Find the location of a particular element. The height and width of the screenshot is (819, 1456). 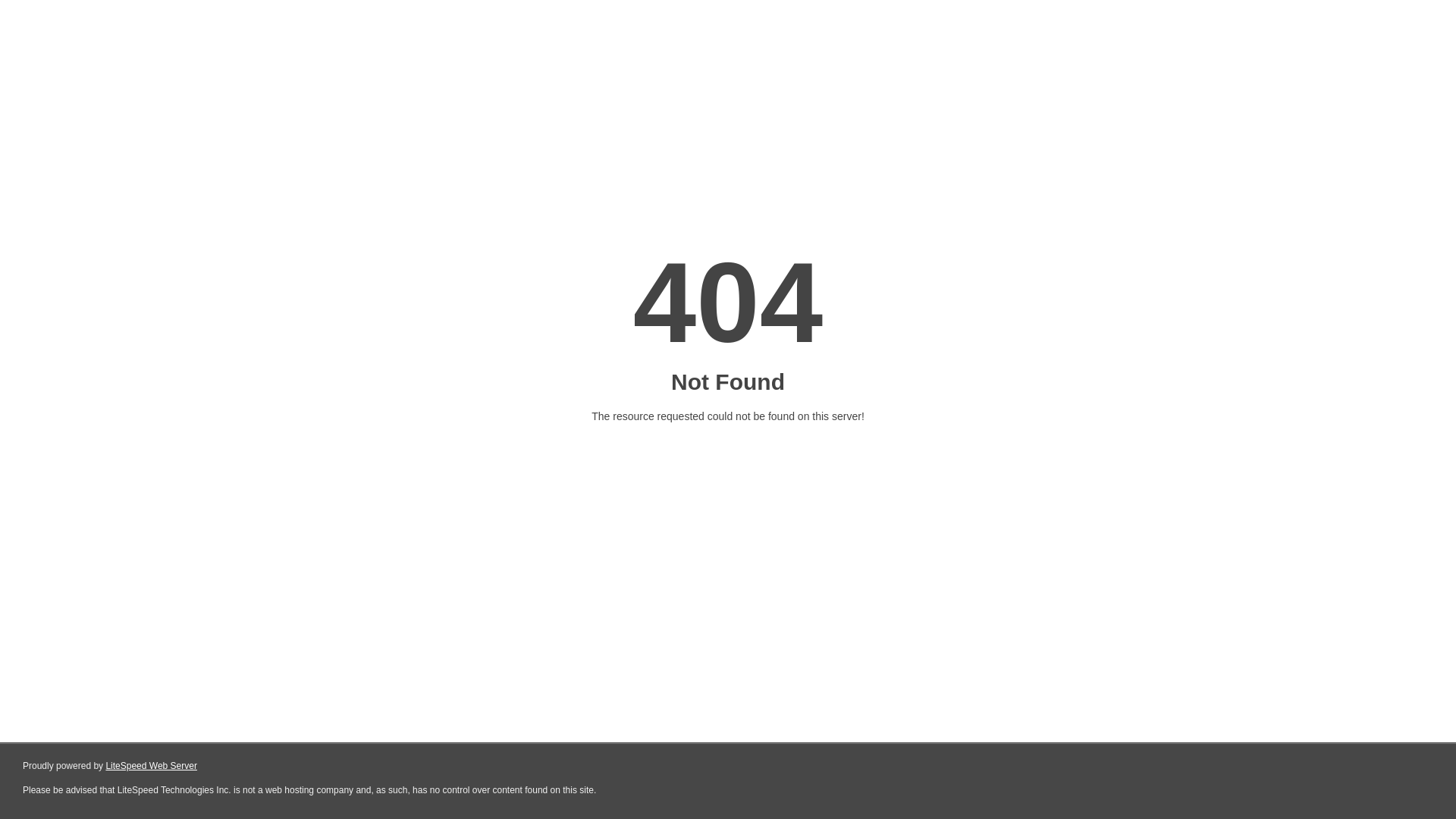

'LiteSpeed Web Server' is located at coordinates (105, 766).